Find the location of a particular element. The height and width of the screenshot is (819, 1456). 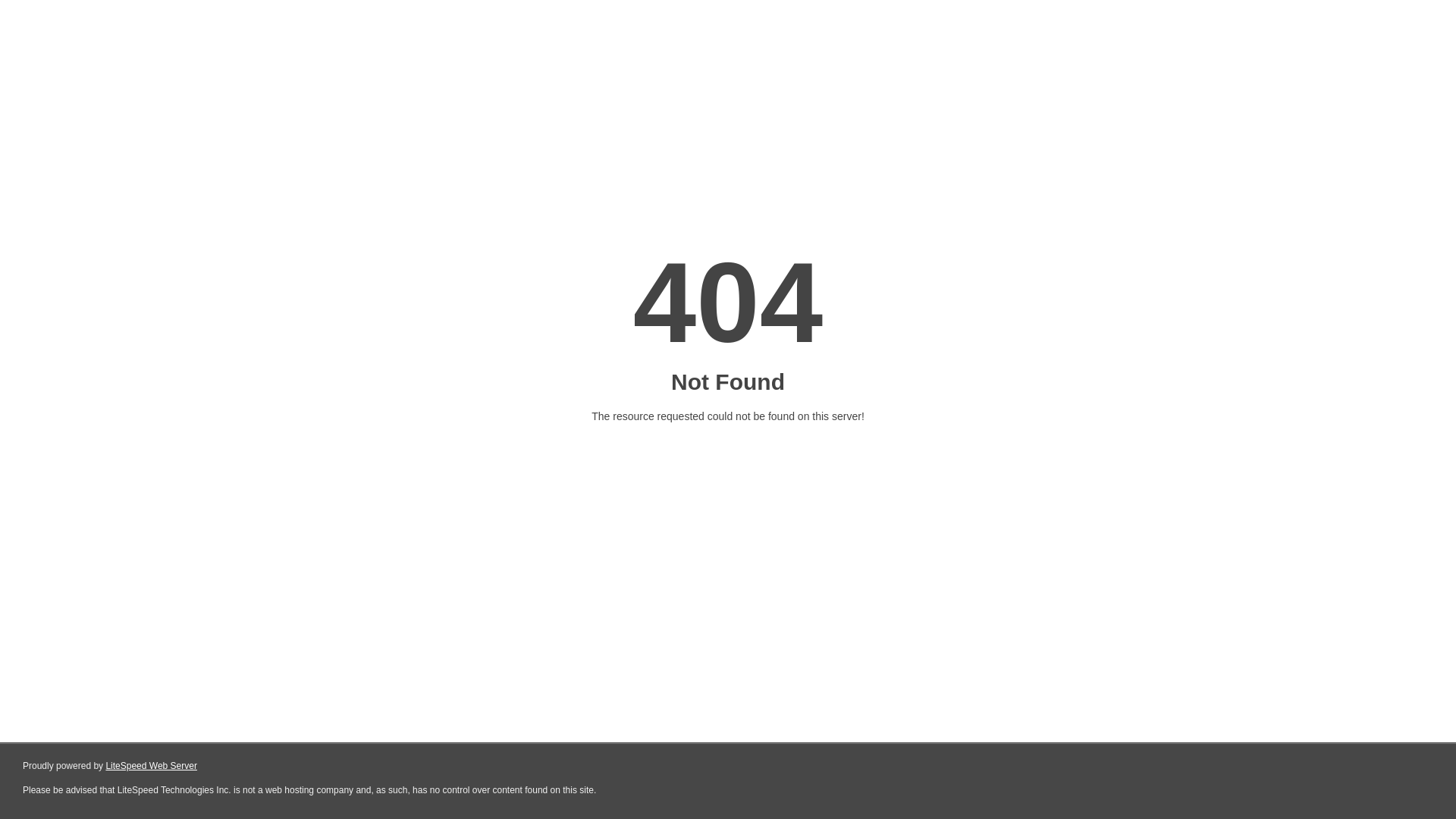

'LiteSpeed Web Server' is located at coordinates (105, 766).